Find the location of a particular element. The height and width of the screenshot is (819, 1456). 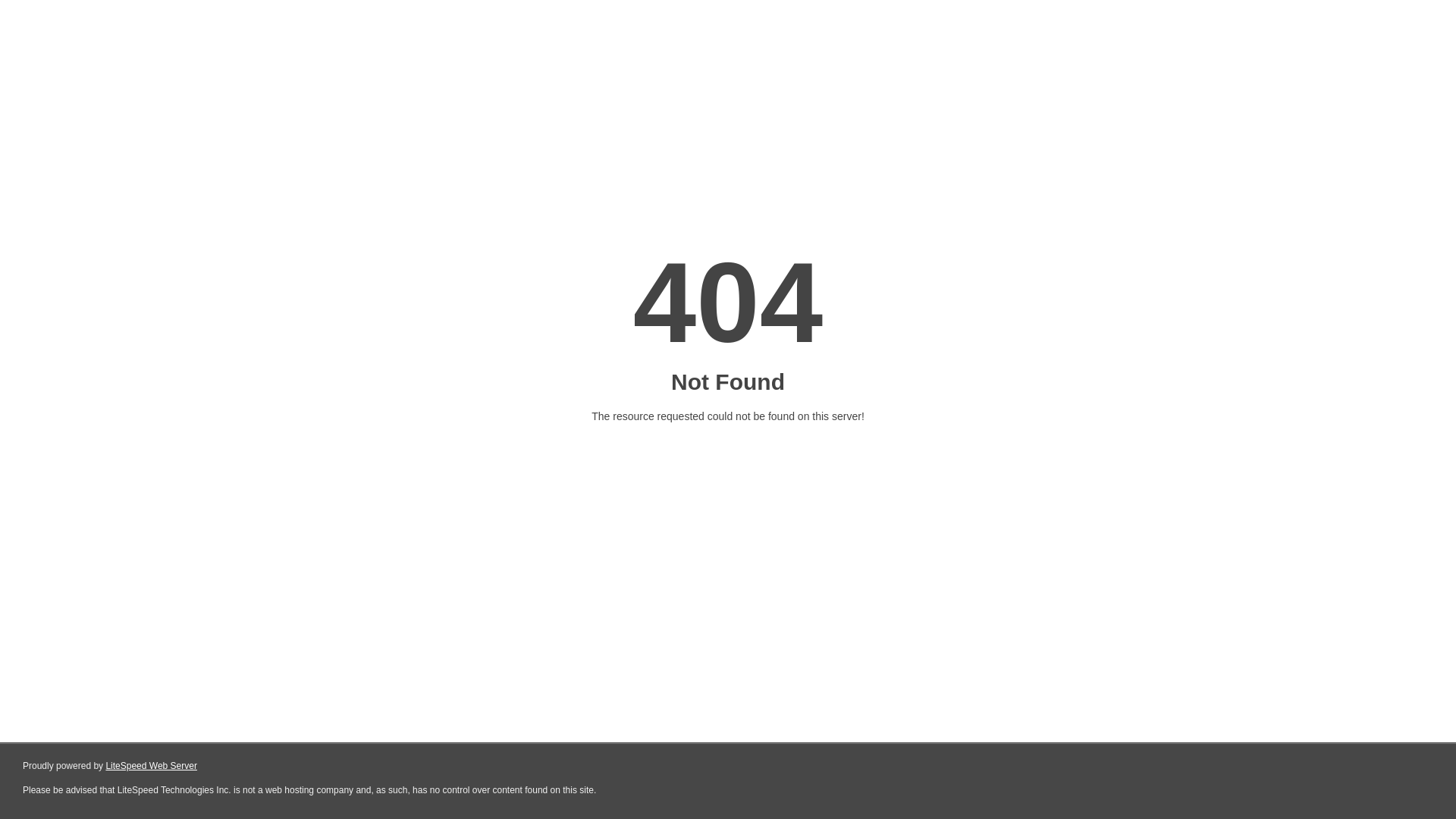

'LiteSpeed Web Server' is located at coordinates (105, 766).